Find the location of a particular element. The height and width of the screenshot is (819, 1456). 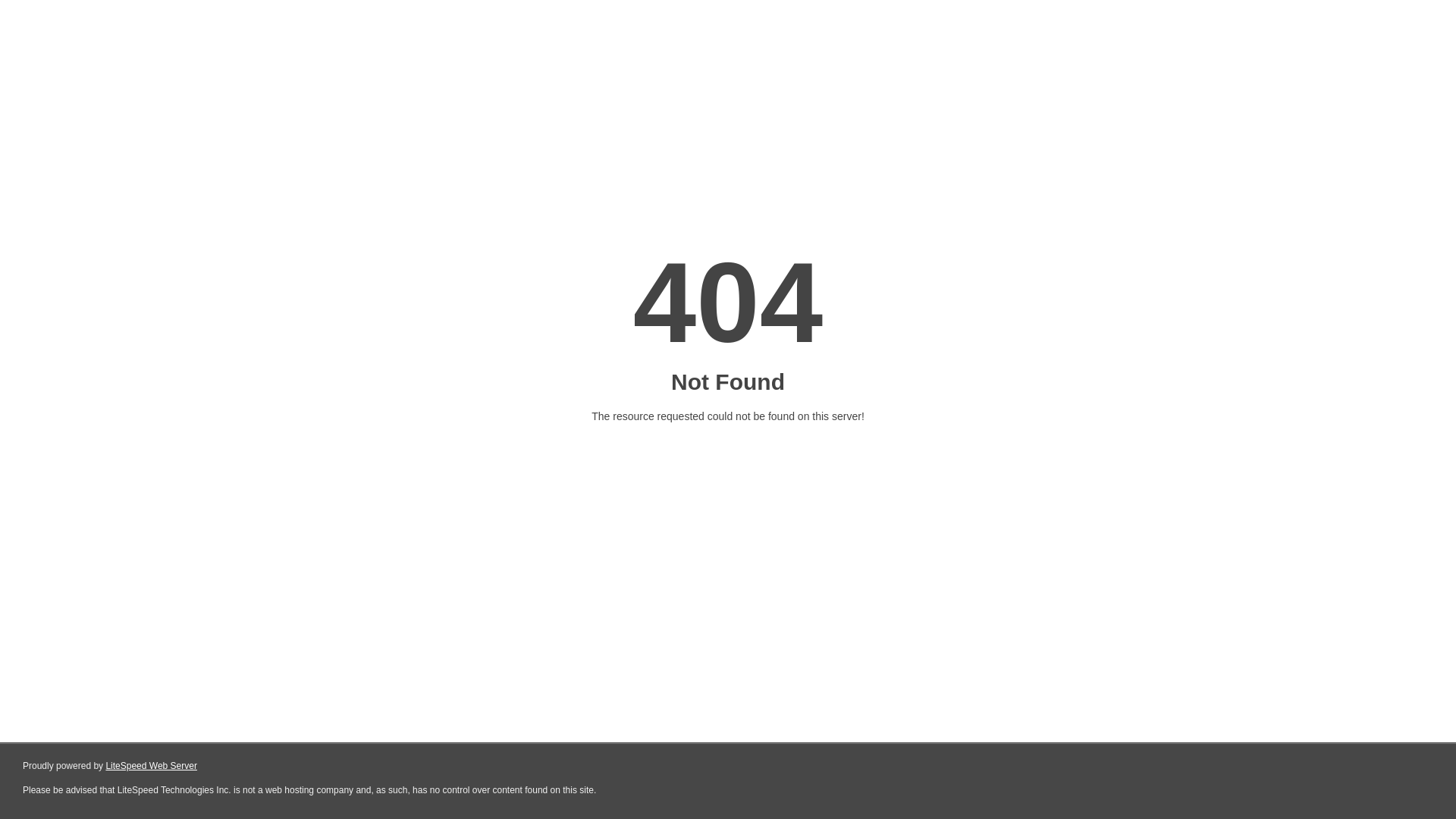

'LiteSpeed Web Server' is located at coordinates (105, 766).